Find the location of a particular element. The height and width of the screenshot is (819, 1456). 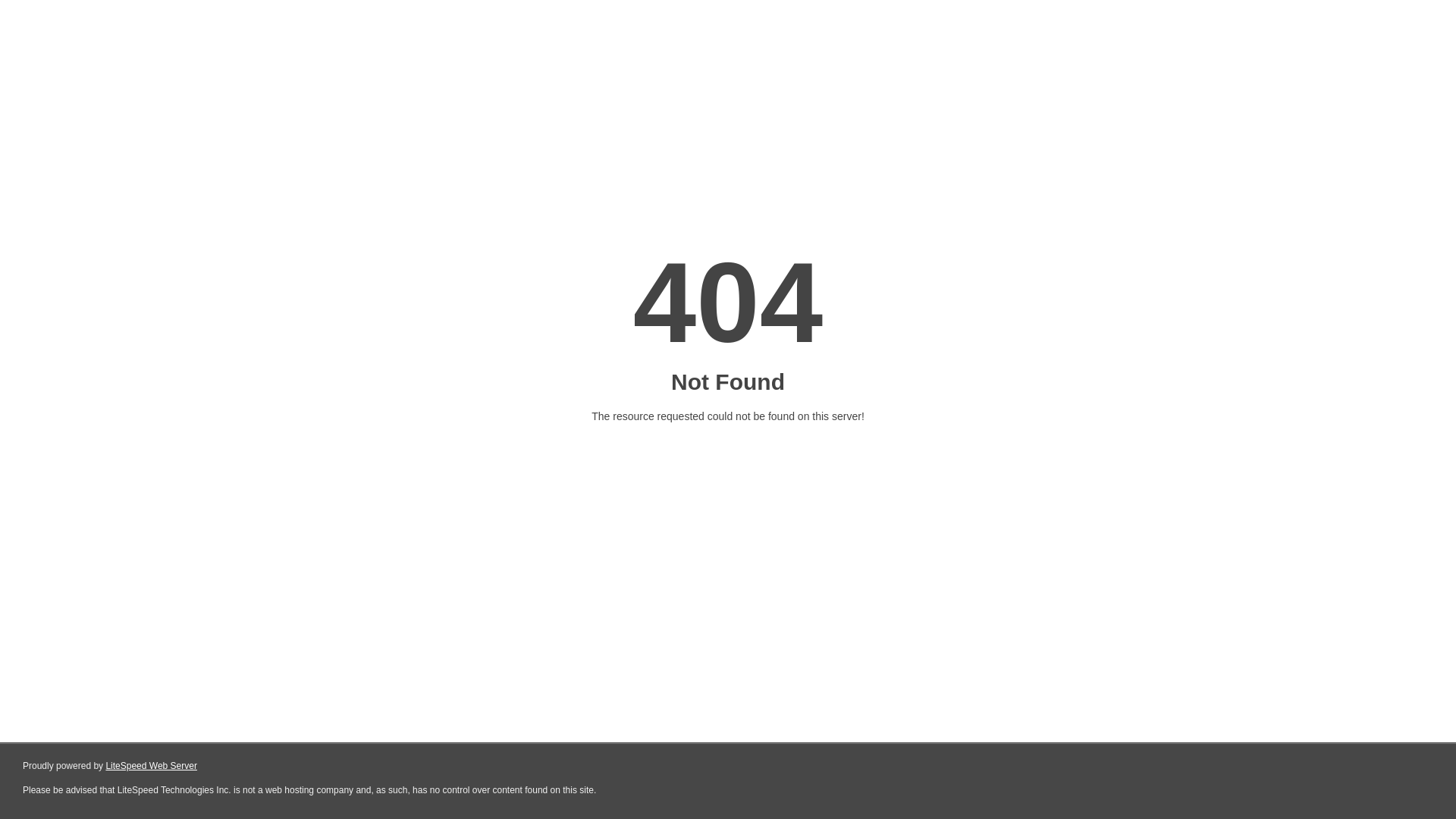

'LiteSpeed Web Server' is located at coordinates (105, 766).